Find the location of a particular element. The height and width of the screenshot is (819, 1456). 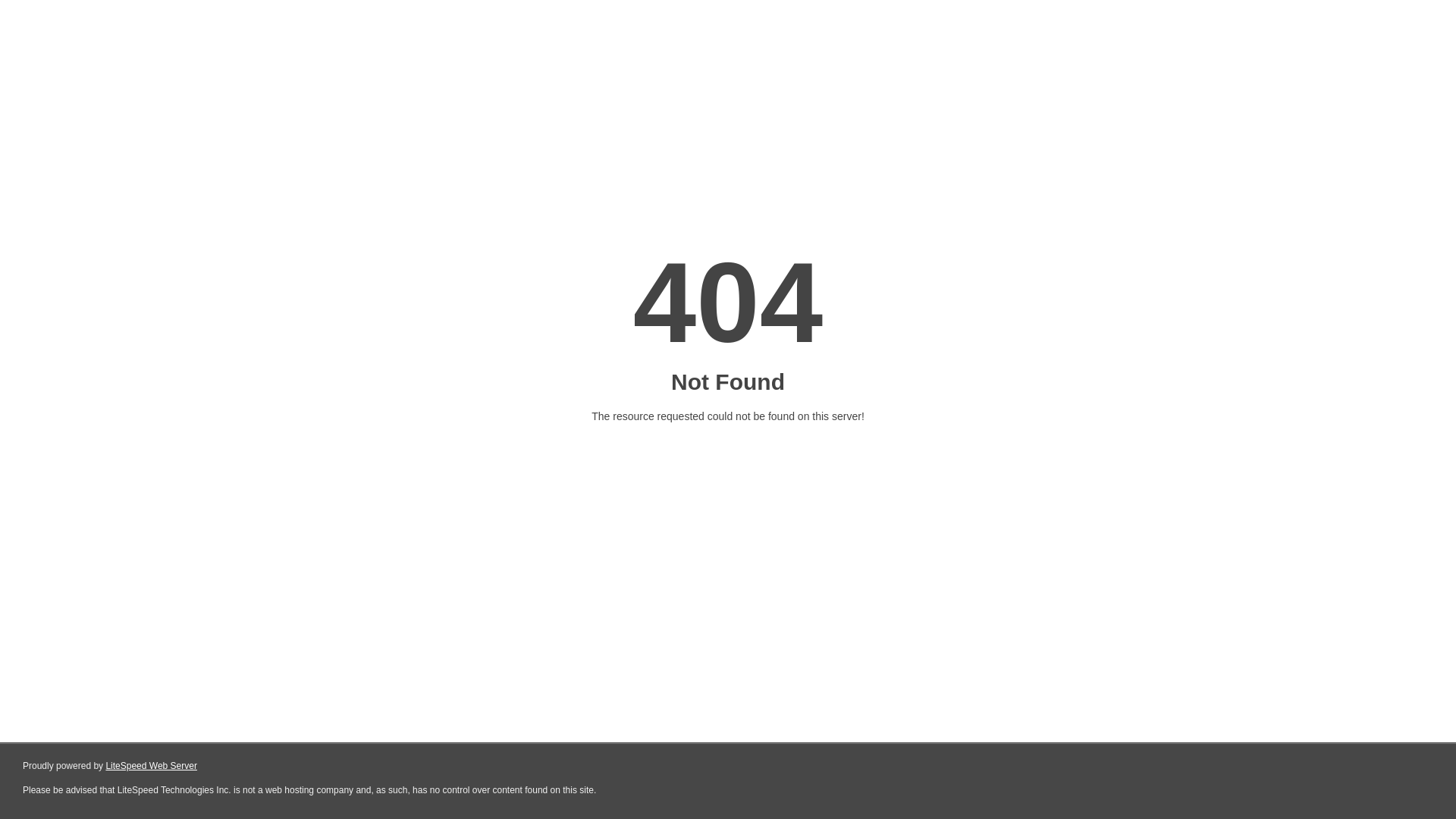

'LiteSpeed Web Server' is located at coordinates (105, 766).